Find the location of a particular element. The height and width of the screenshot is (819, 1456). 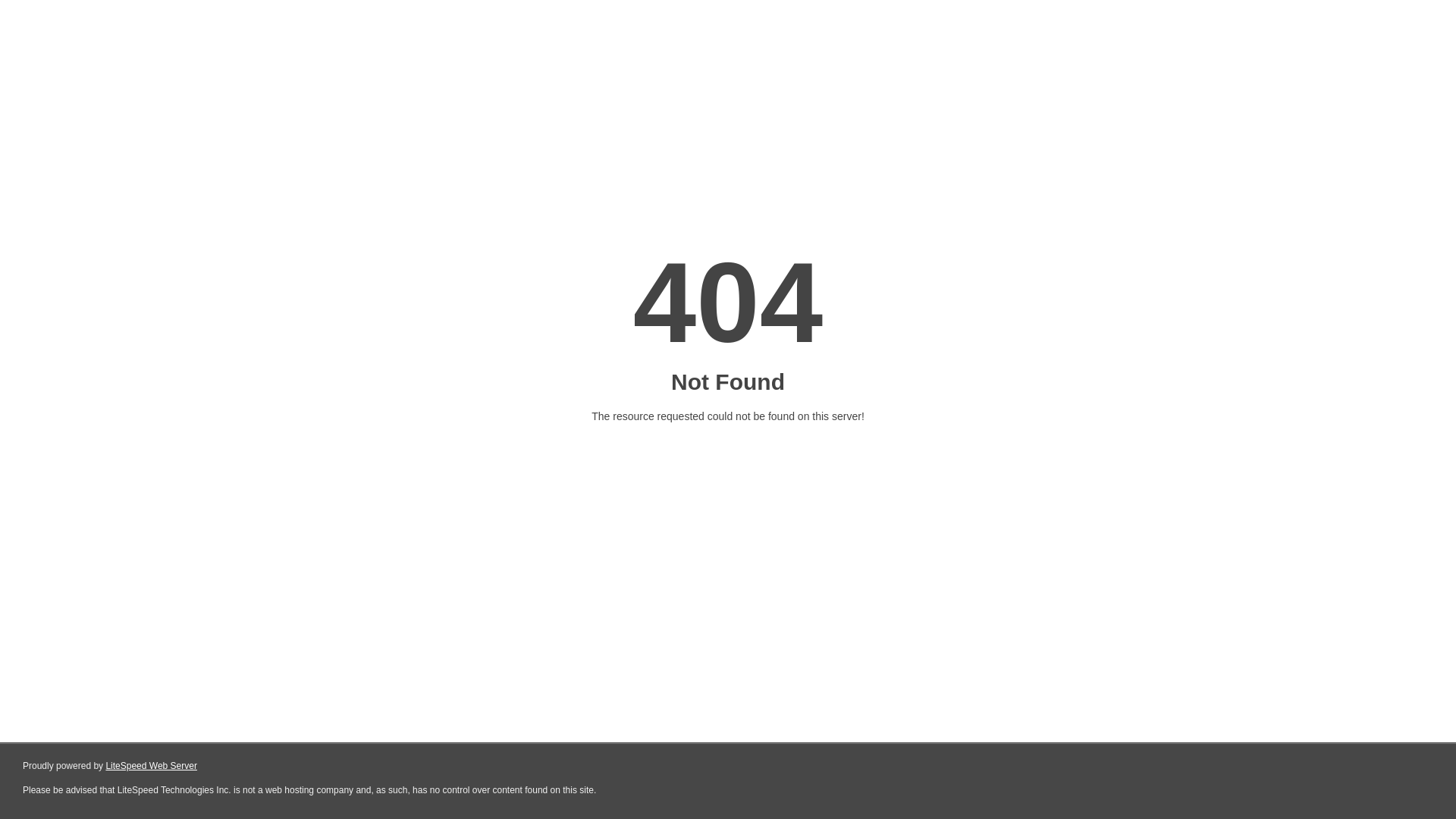

'LiteSpeed Web Server' is located at coordinates (105, 766).